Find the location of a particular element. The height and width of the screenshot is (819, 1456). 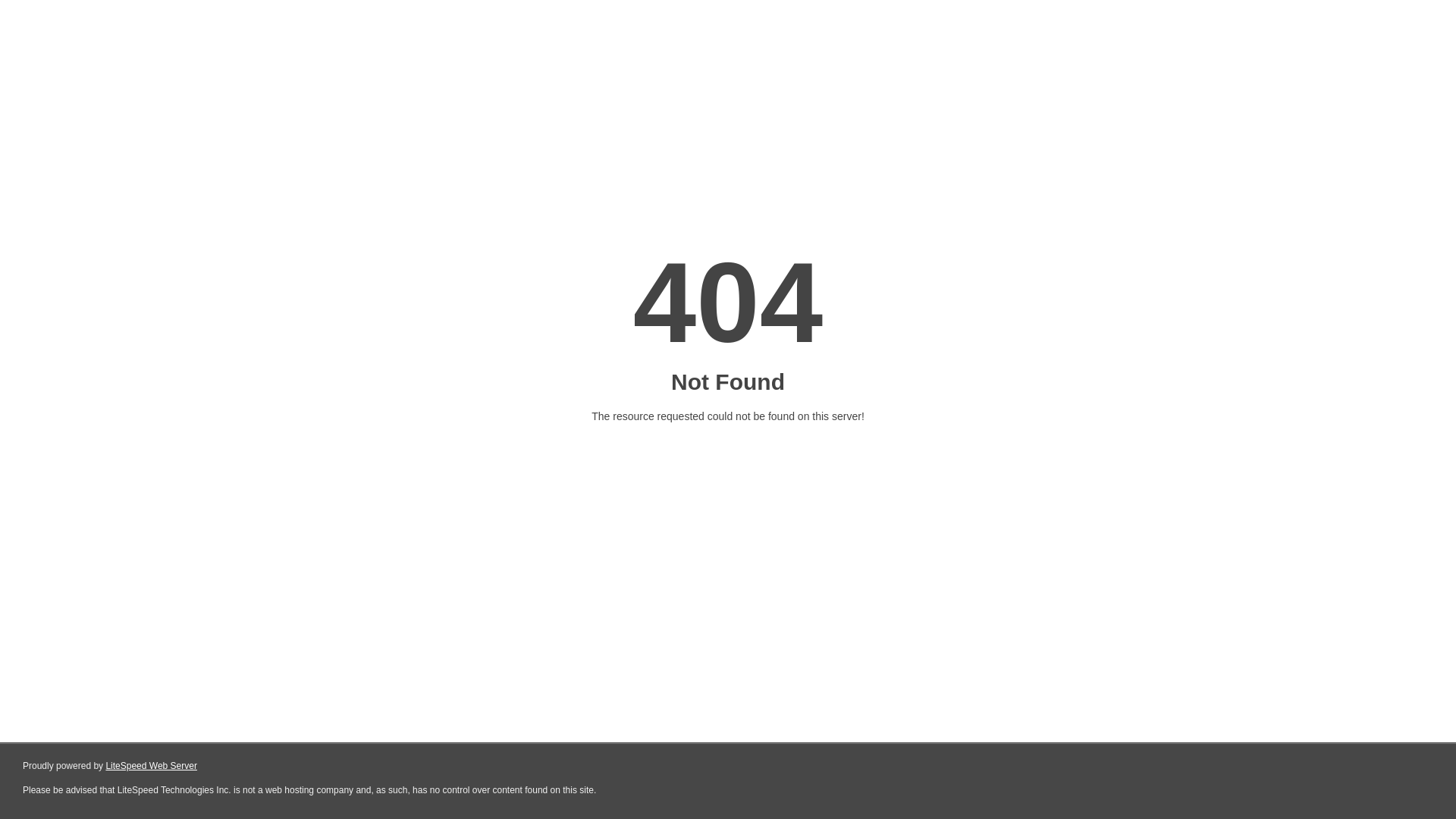

'LiteSpeed Web Server' is located at coordinates (105, 766).